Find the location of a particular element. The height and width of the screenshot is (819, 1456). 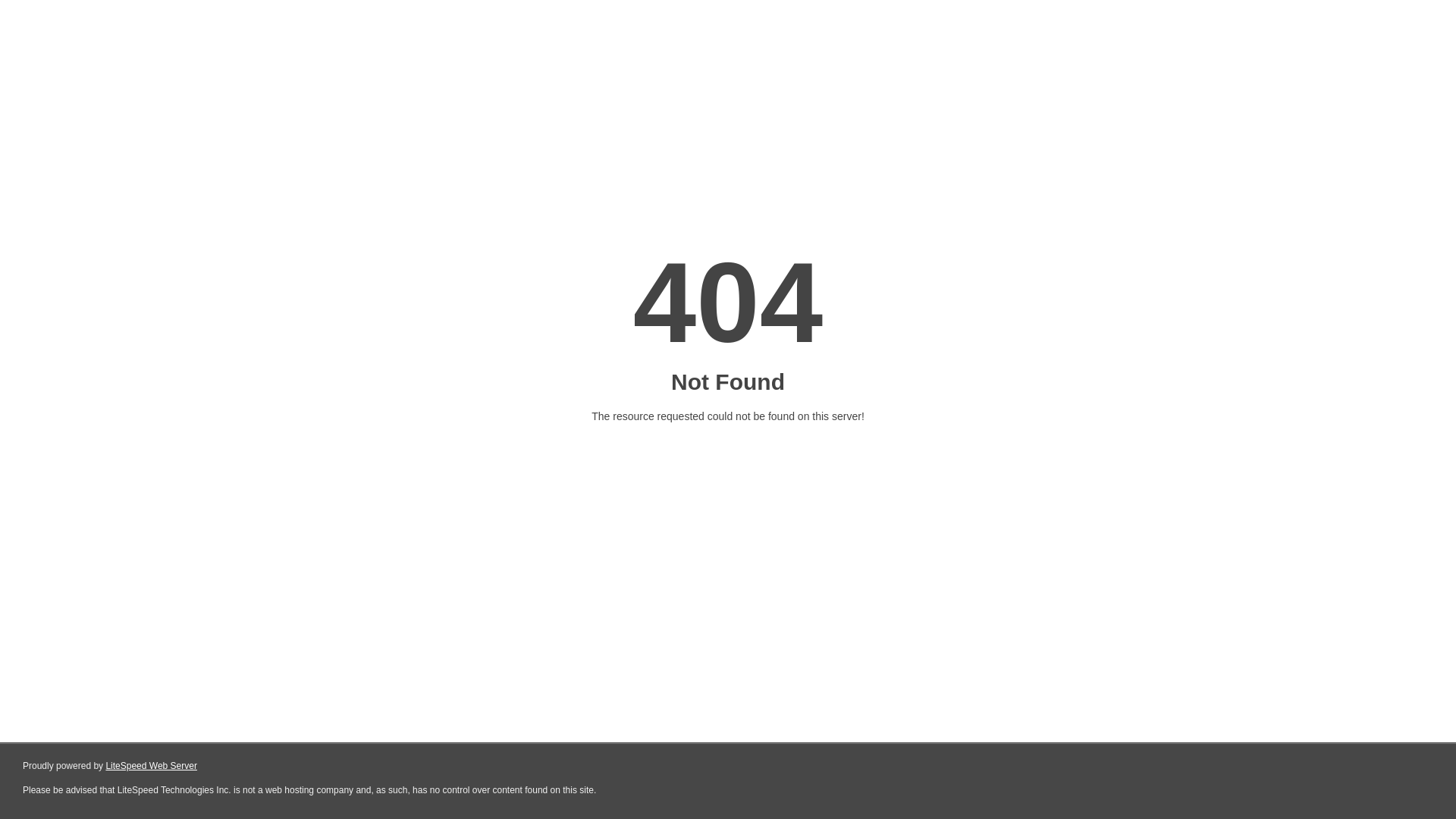

'LiteSpeed Web Server' is located at coordinates (105, 766).